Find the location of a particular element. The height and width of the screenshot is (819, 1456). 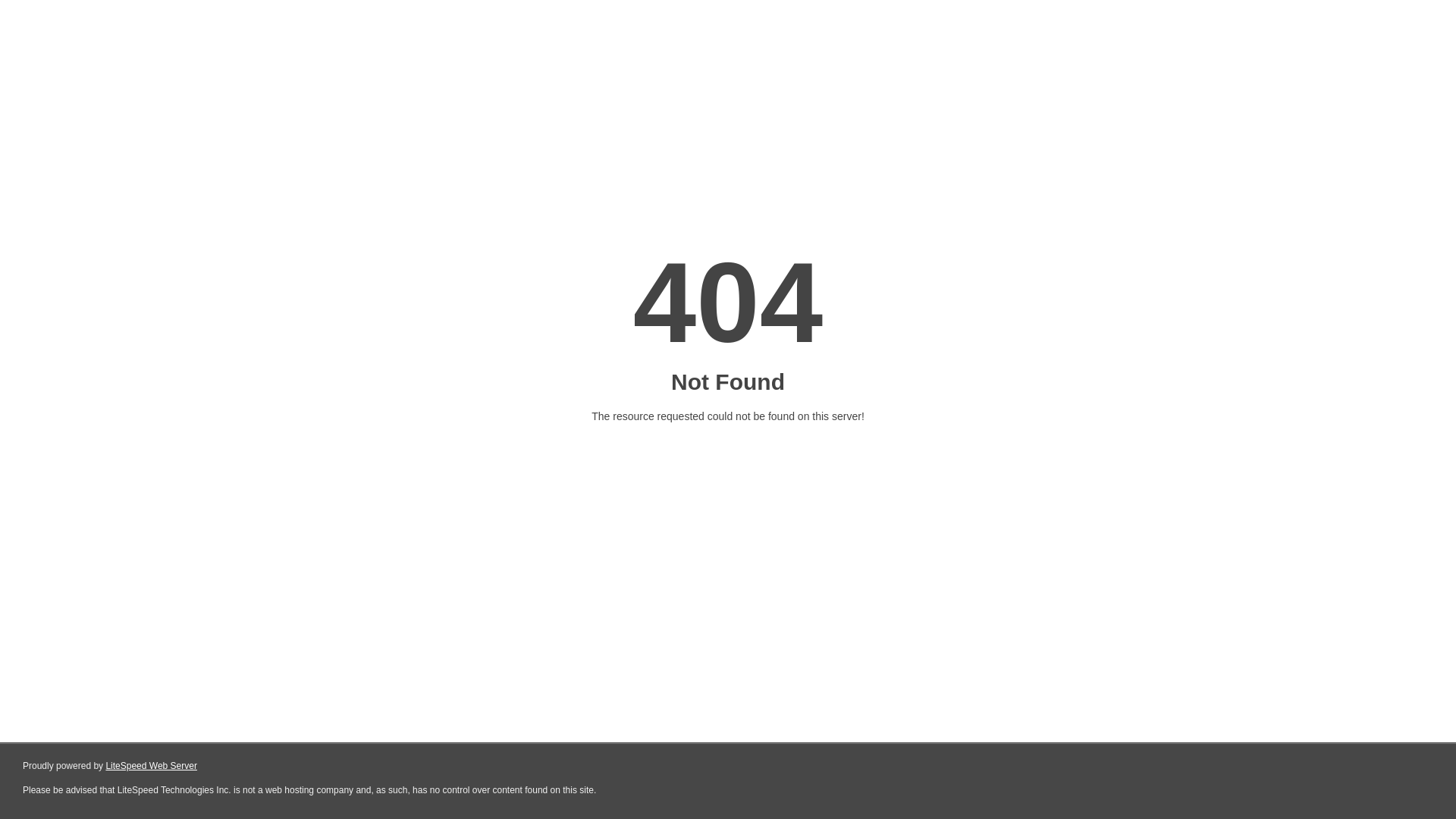

'LiteSpeed Web Server' is located at coordinates (105, 766).